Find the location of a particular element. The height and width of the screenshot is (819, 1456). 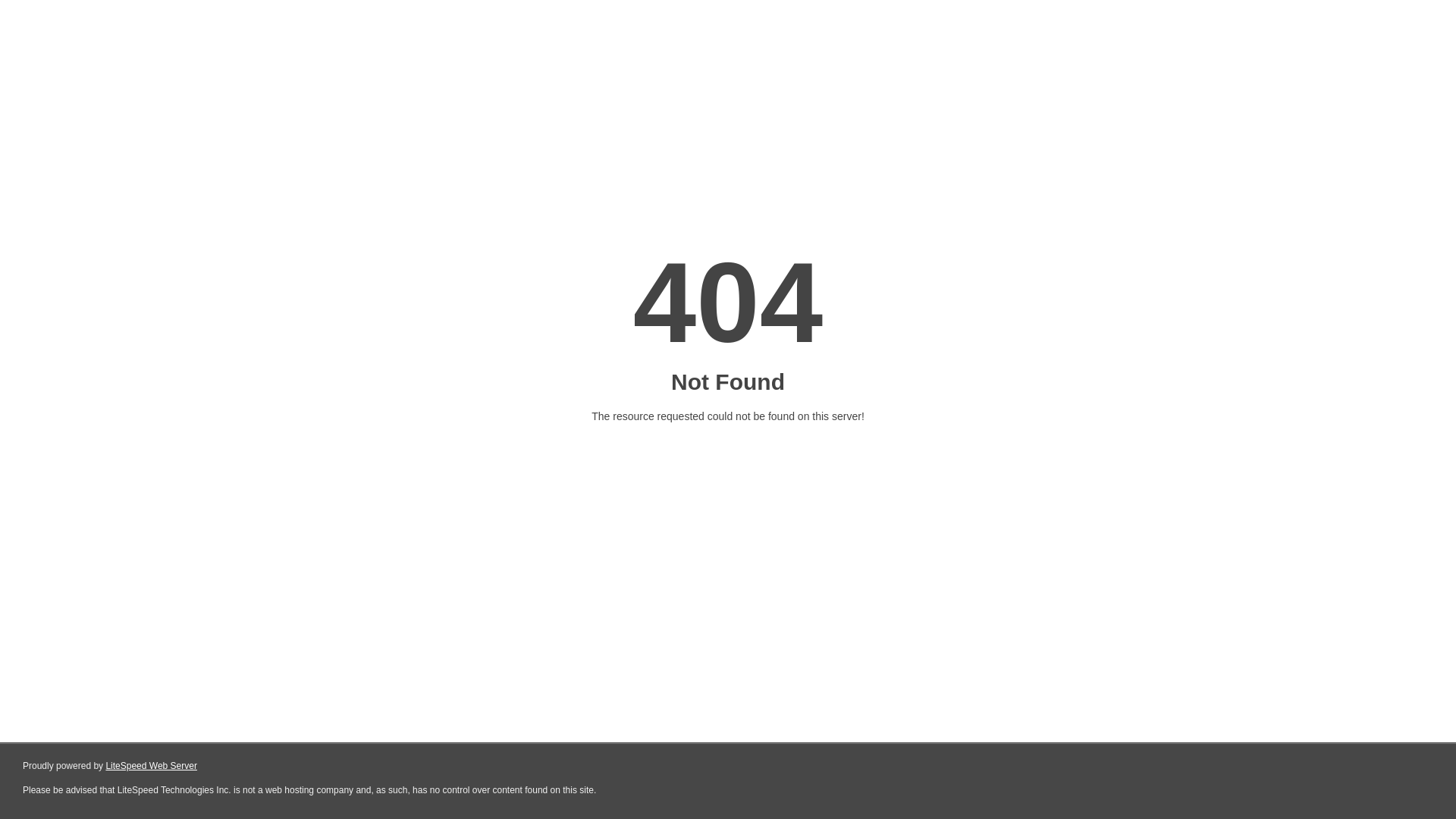

'LiteSpeed Web Server' is located at coordinates (105, 766).